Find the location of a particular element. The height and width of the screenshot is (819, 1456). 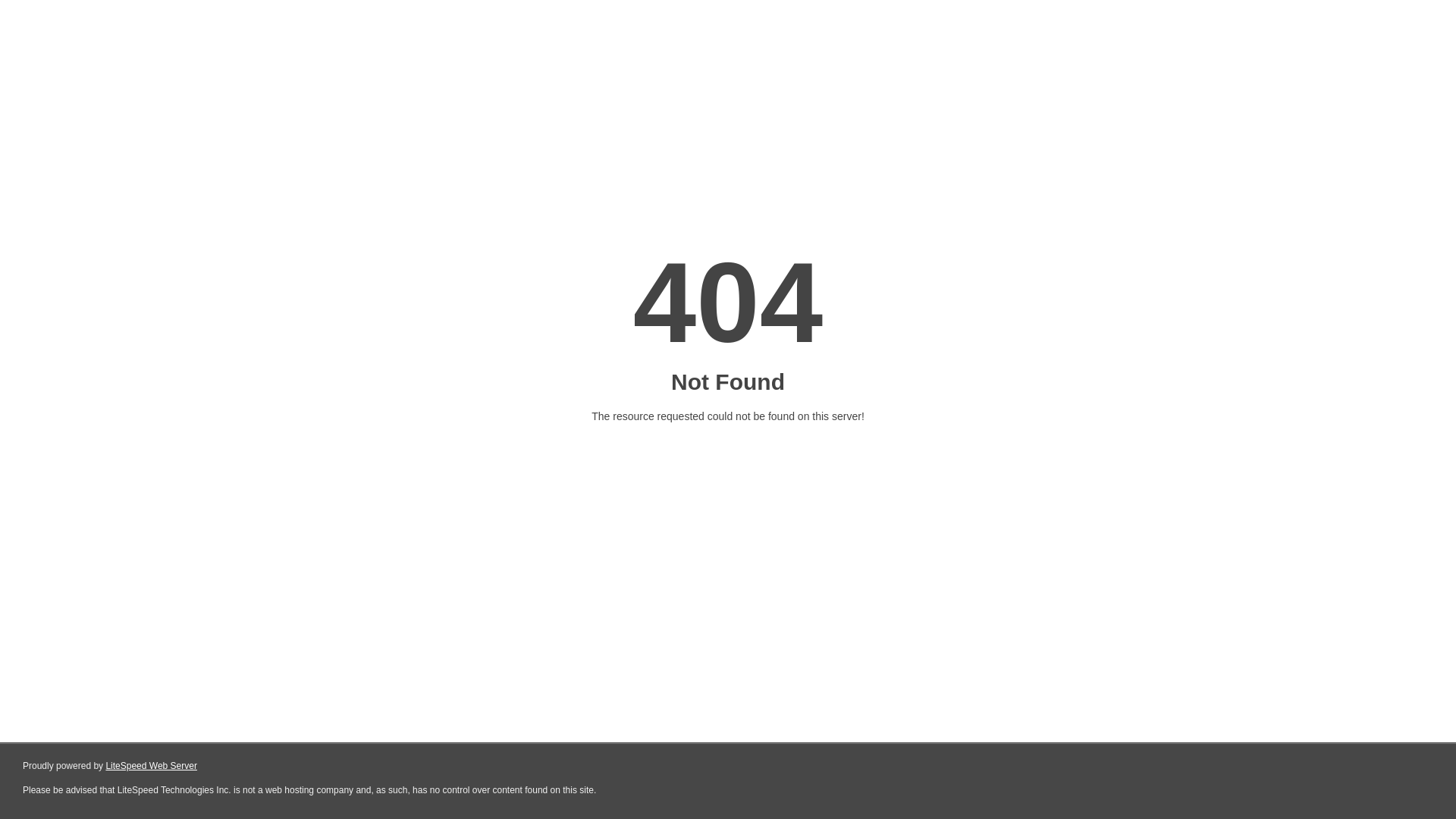

'LiteSpeed Web Server' is located at coordinates (105, 766).